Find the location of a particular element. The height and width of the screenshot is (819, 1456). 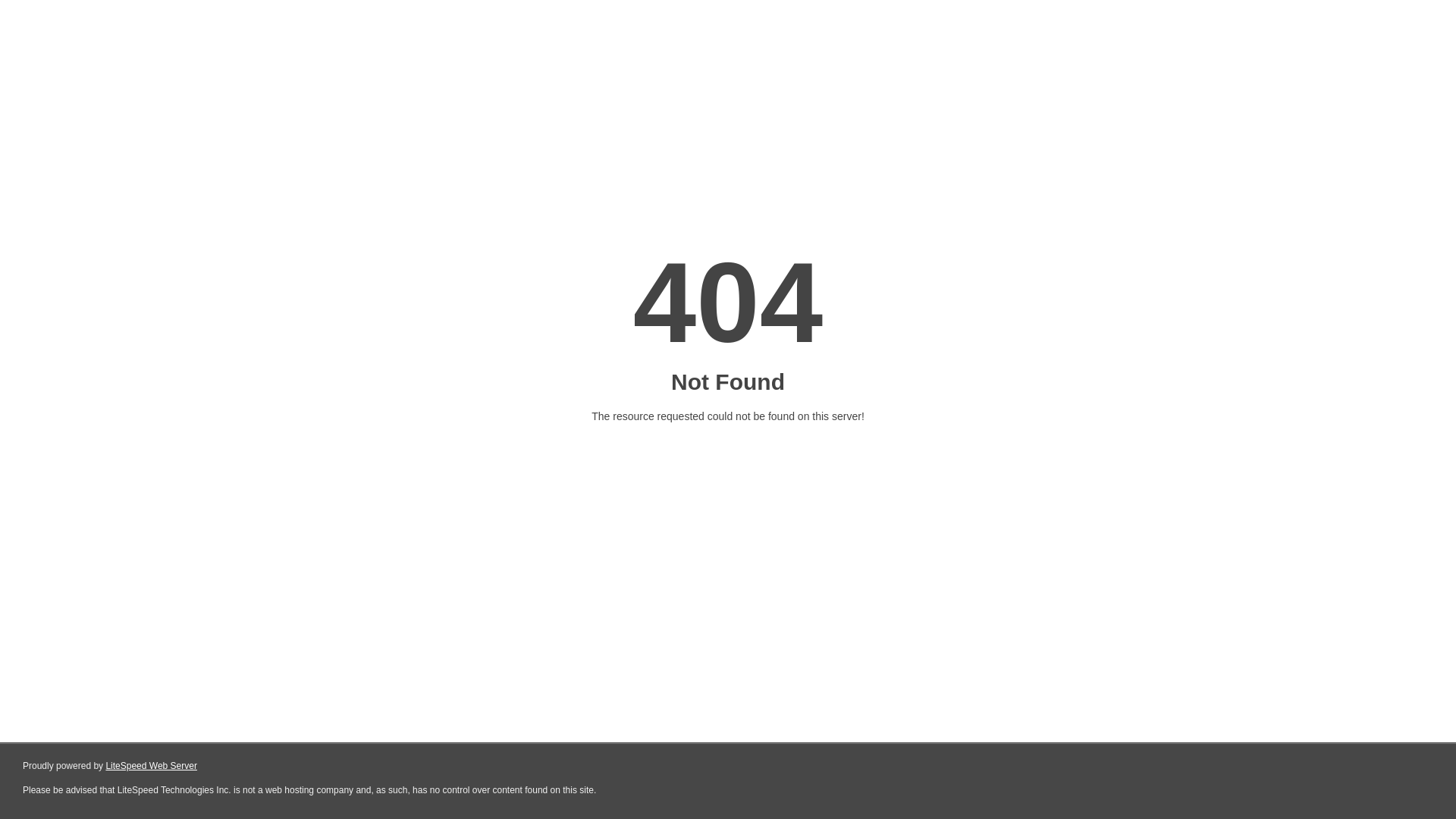

'LiteSpeed Web Server' is located at coordinates (105, 766).